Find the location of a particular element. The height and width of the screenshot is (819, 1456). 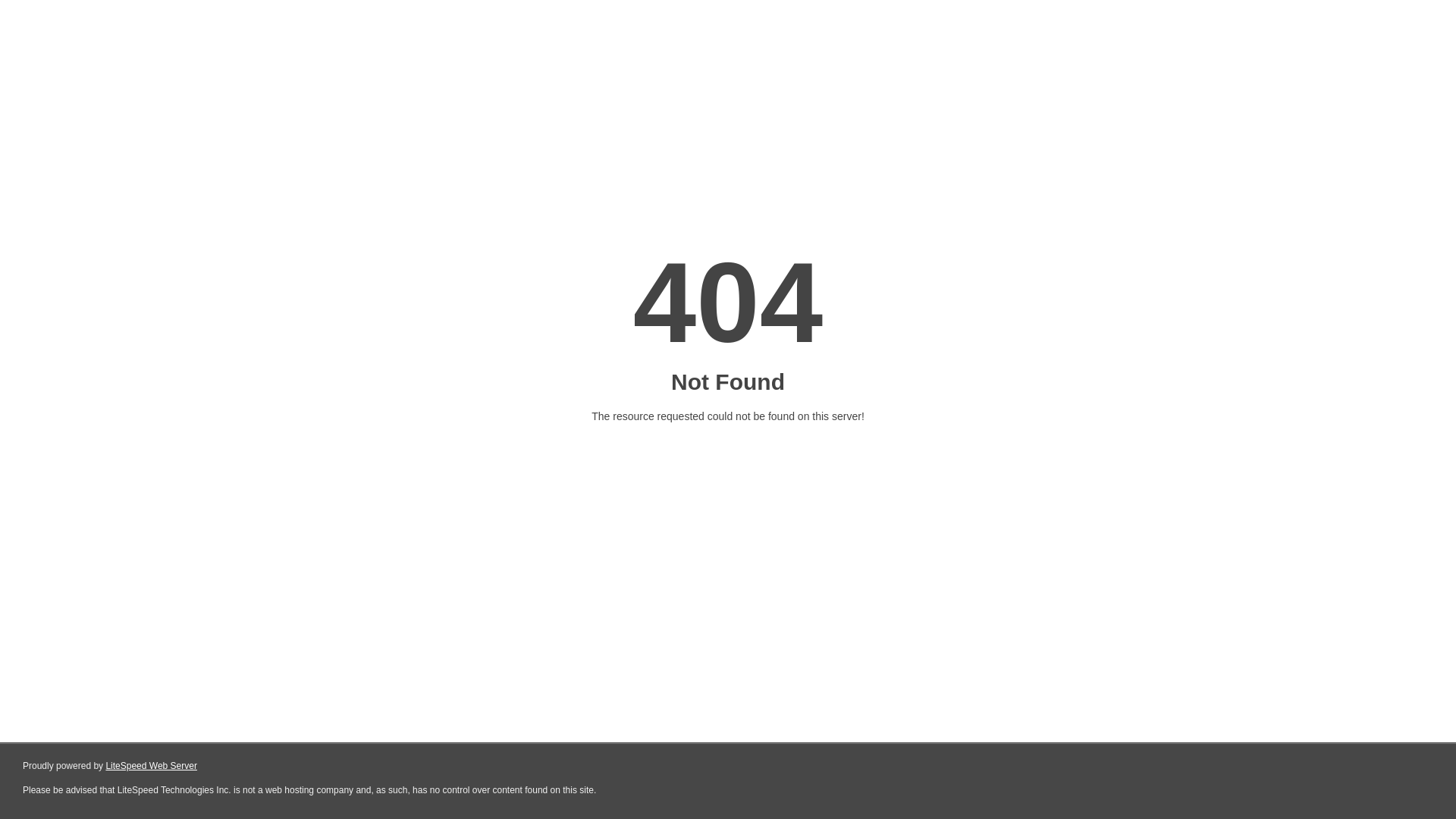

'LiteSpeed Web Server' is located at coordinates (105, 766).